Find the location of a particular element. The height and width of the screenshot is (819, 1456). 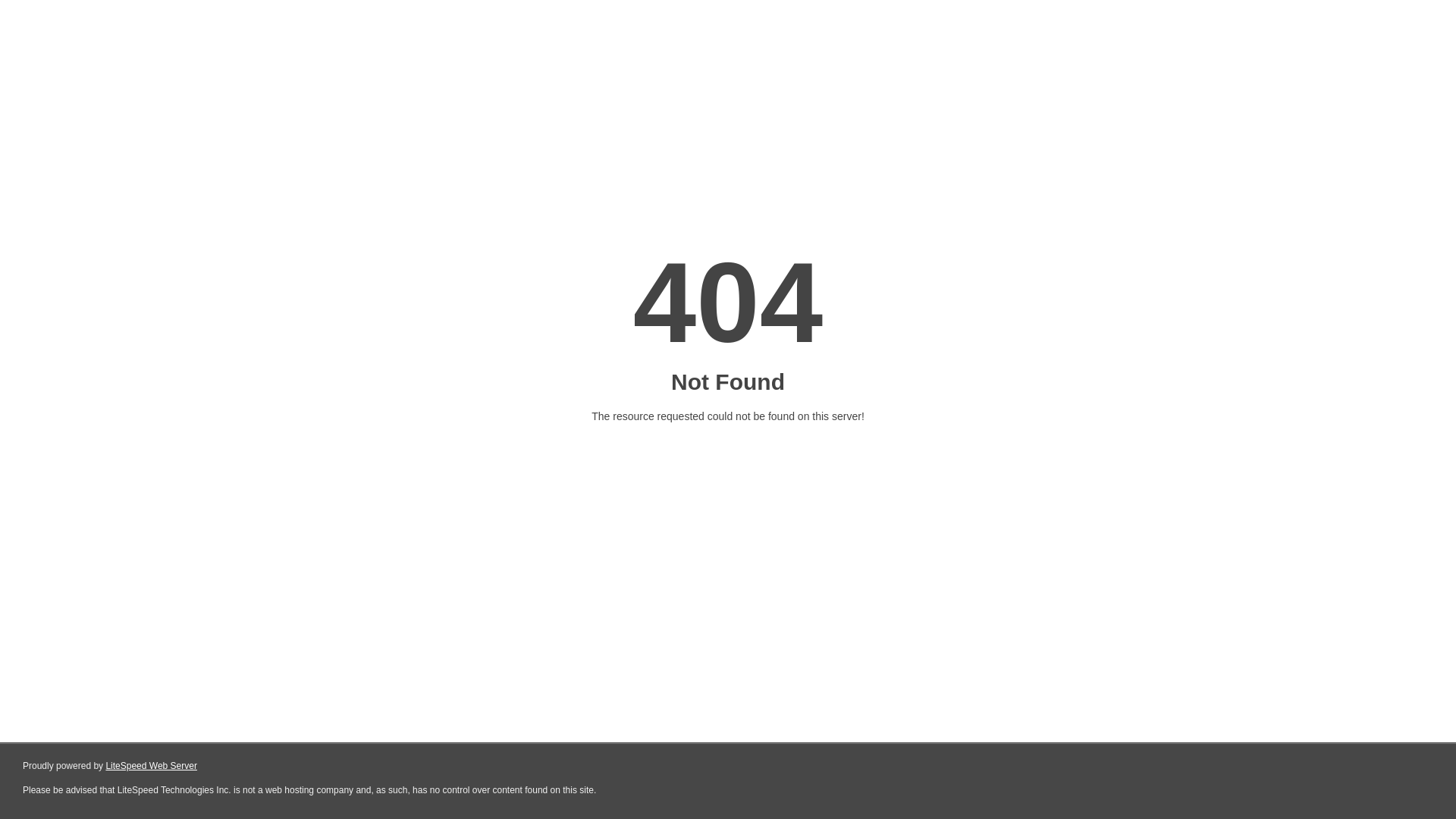

'LiteSpeed Web Server' is located at coordinates (105, 766).